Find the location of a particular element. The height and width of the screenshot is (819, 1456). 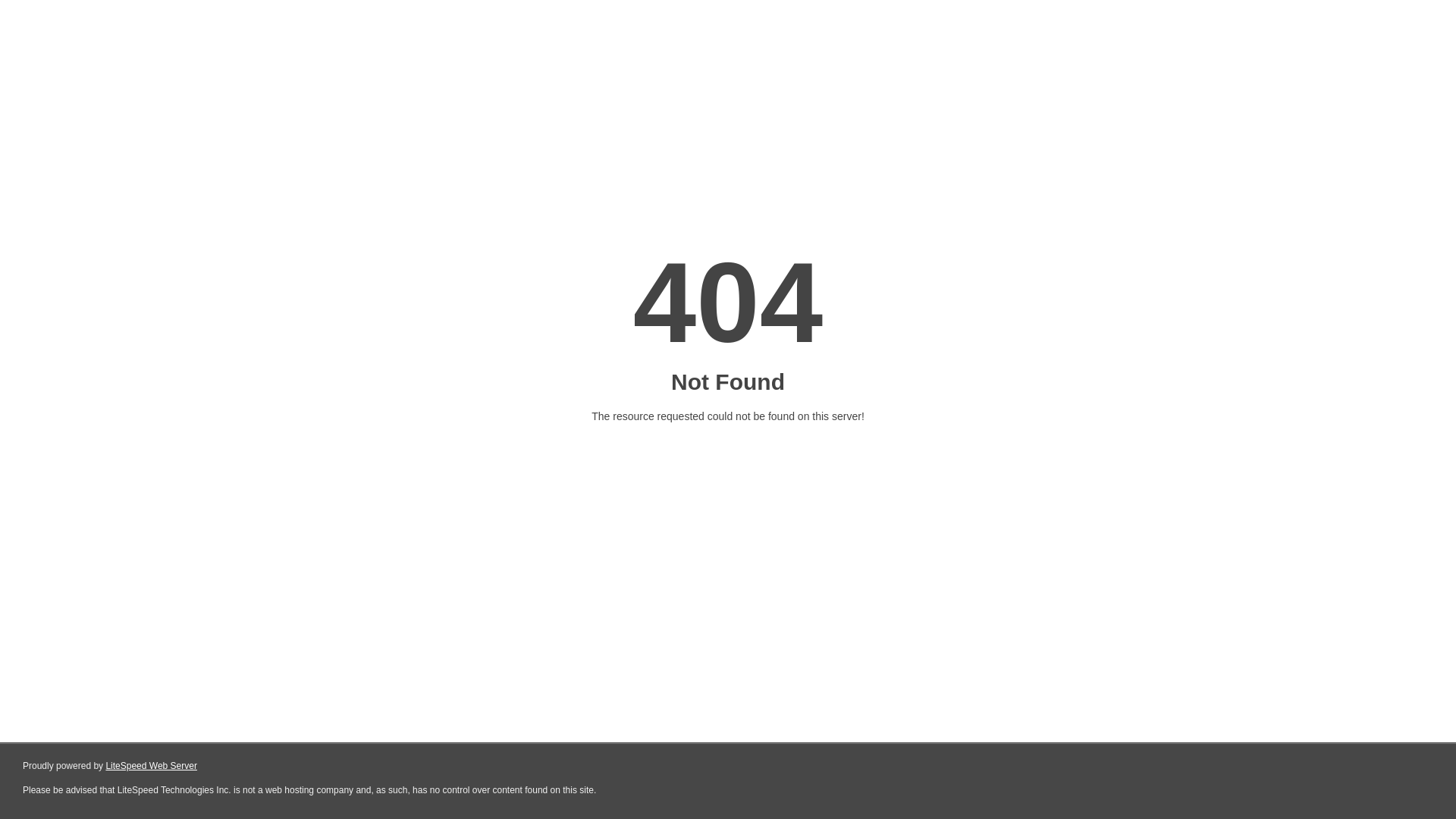

'LiteSpeed Web Server' is located at coordinates (105, 766).